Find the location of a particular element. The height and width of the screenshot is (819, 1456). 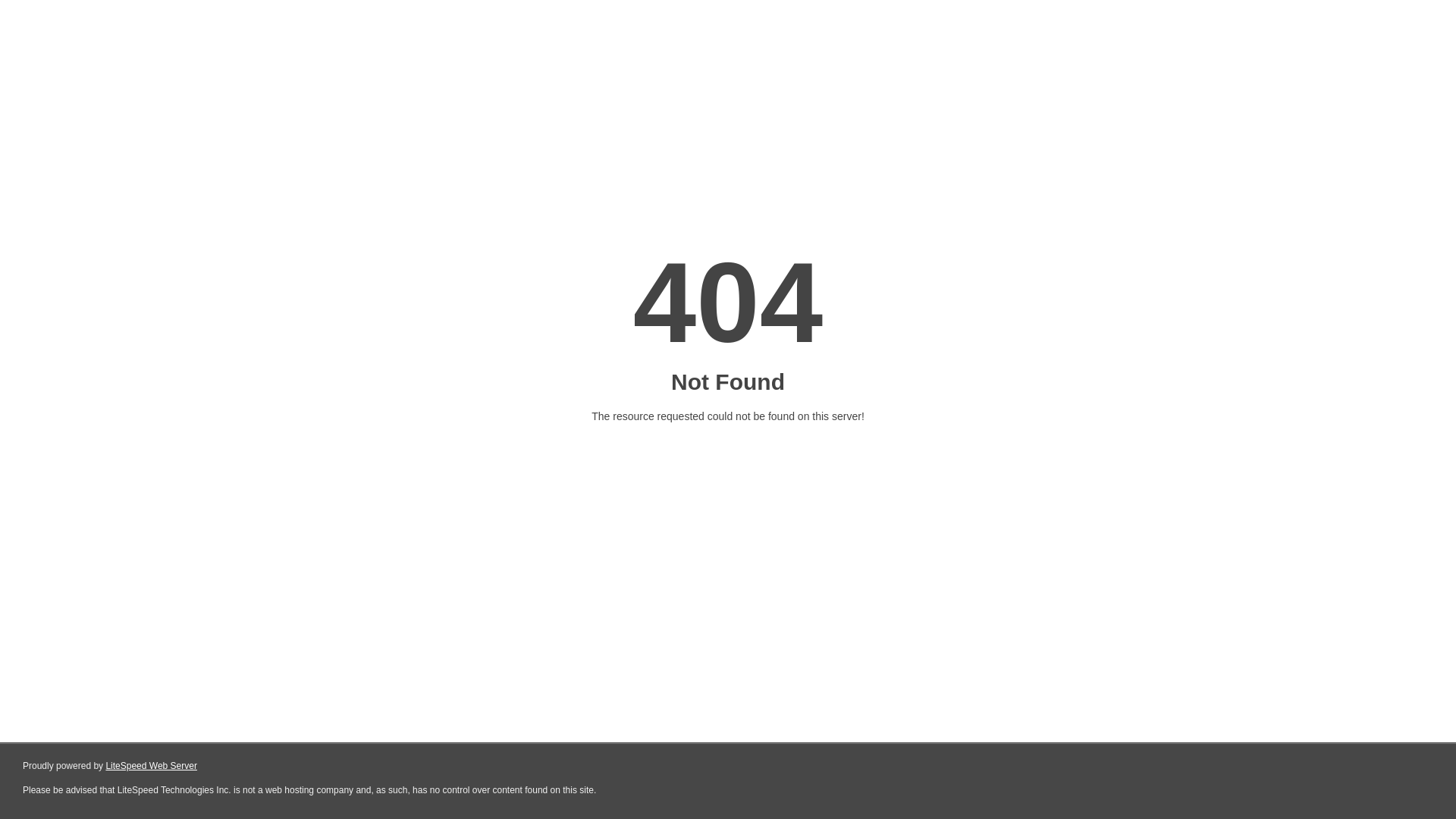

'LiteSpeed Web Server' is located at coordinates (105, 766).